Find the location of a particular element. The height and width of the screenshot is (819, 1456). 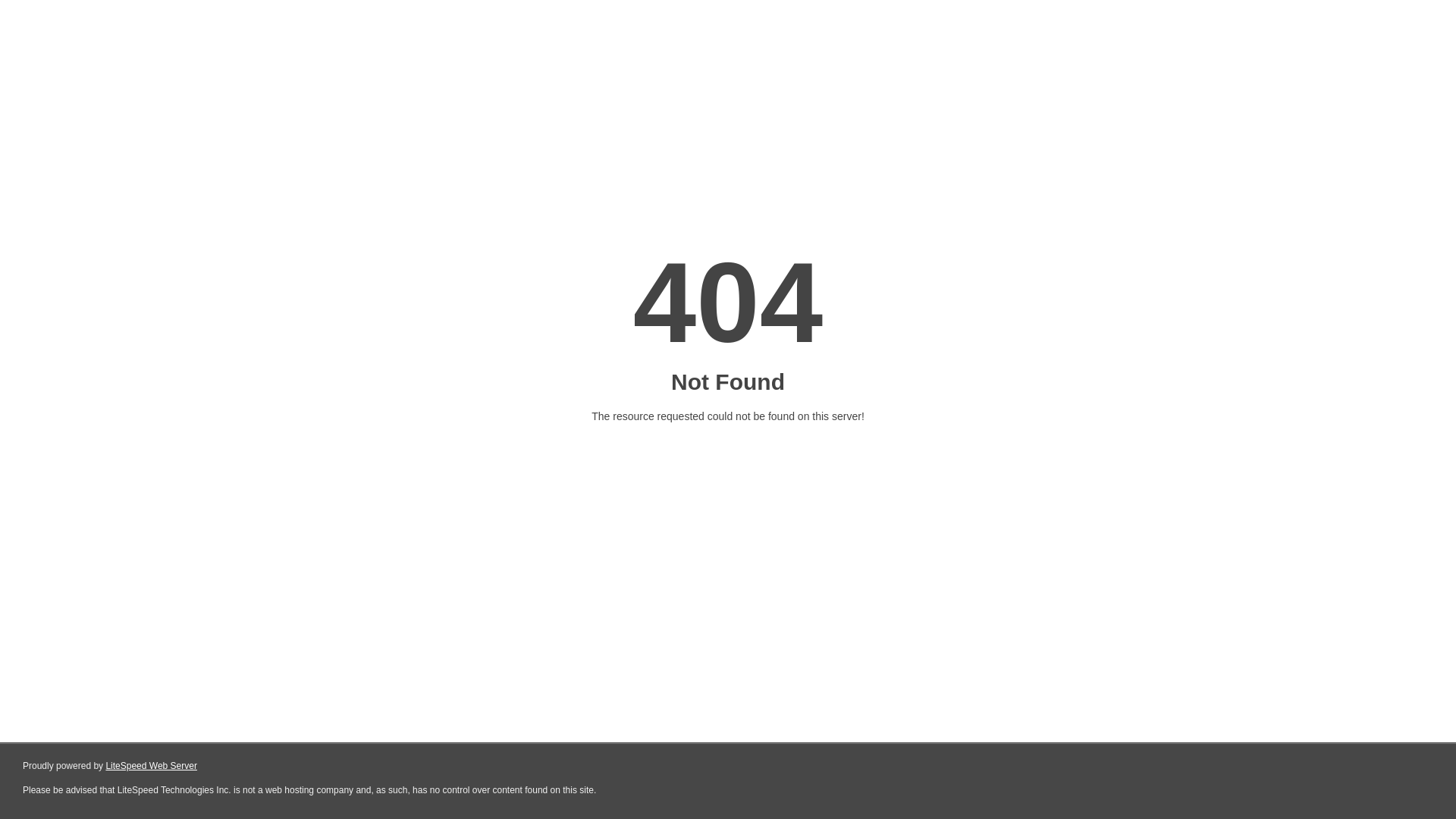

'LiteSpeed Web Server' is located at coordinates (105, 766).